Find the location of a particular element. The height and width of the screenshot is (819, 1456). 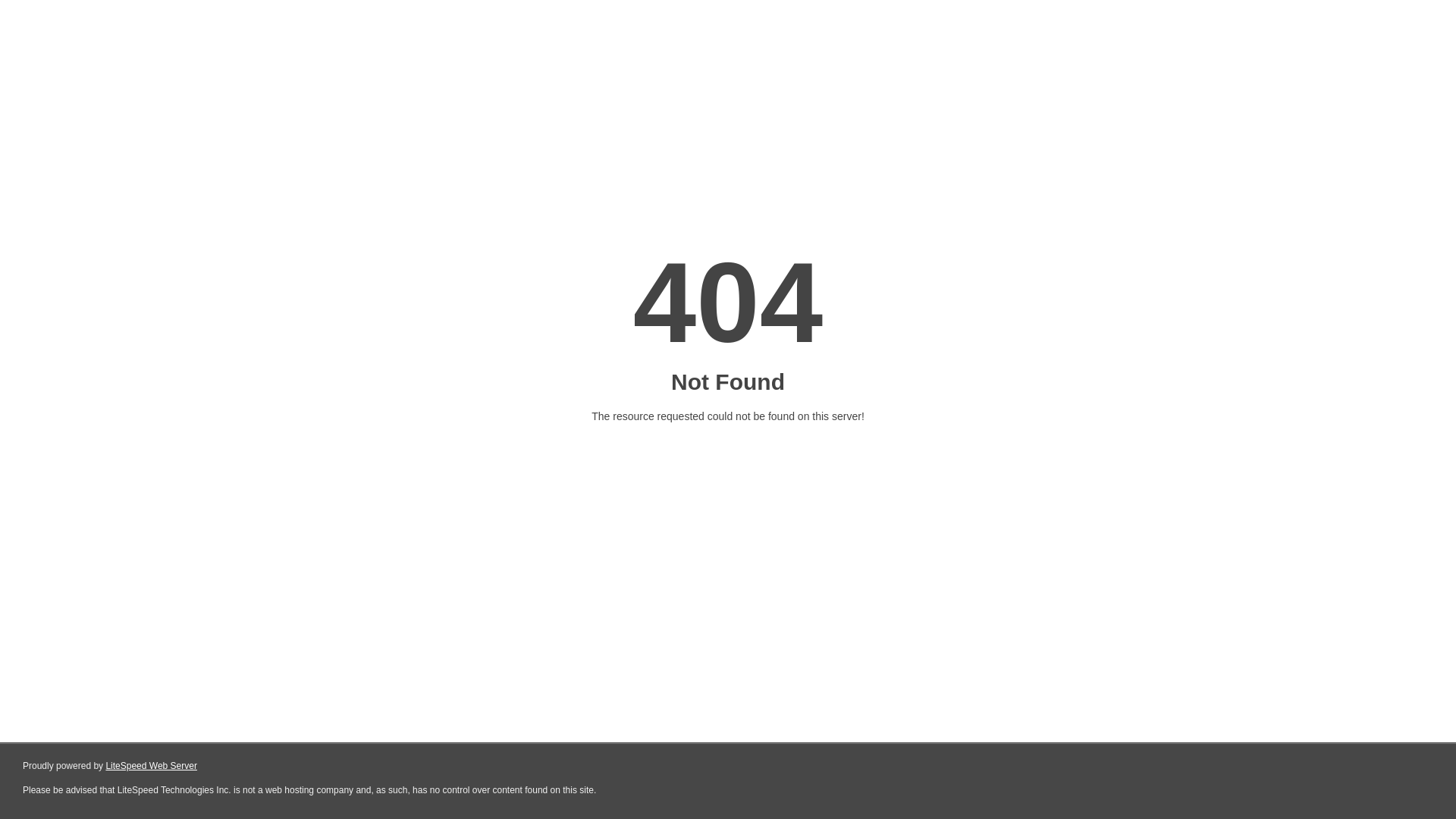

'LiteSpeed Web Server' is located at coordinates (105, 766).